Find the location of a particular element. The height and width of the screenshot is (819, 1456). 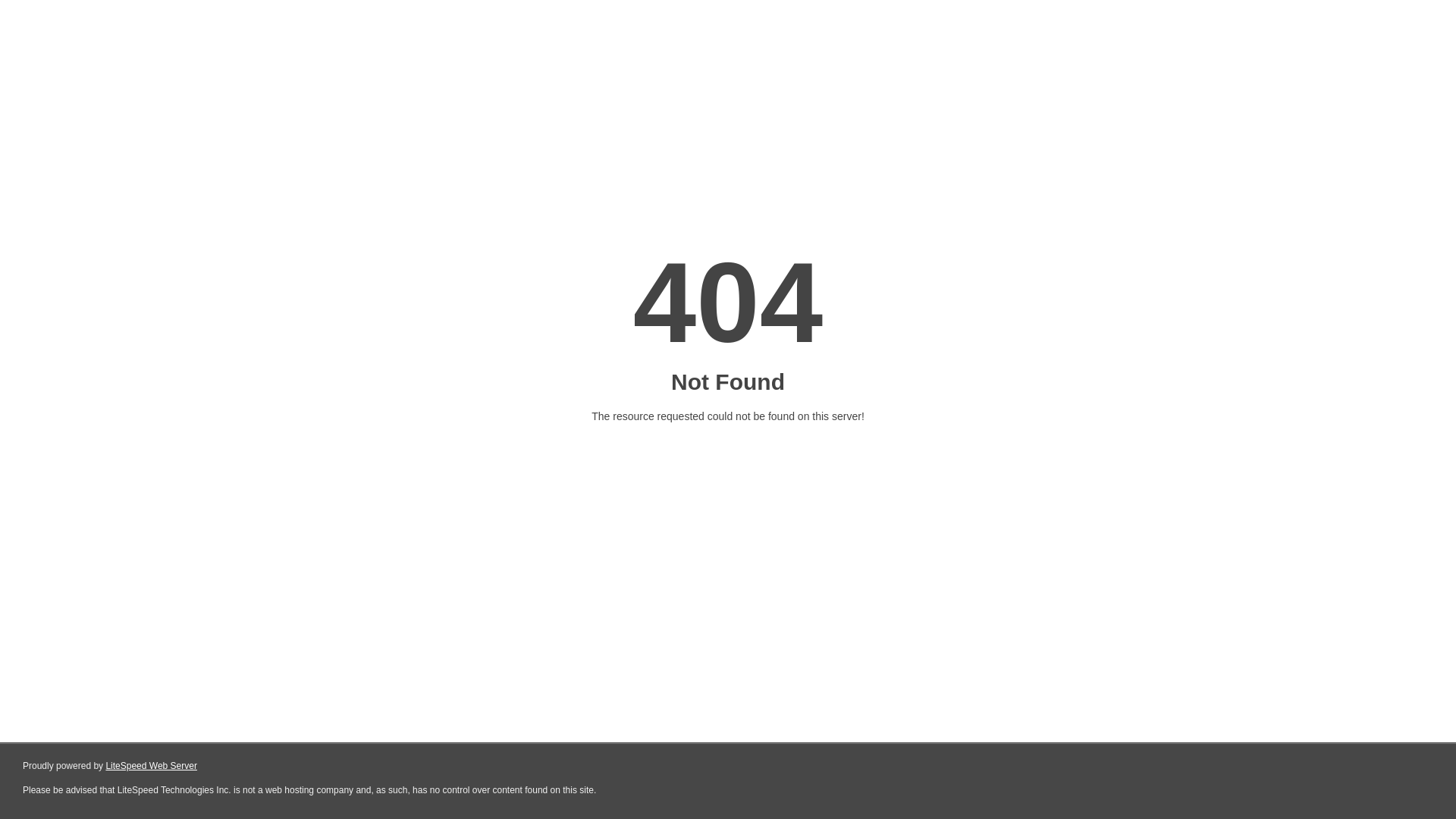

'LiteSpeed Web Server' is located at coordinates (105, 766).